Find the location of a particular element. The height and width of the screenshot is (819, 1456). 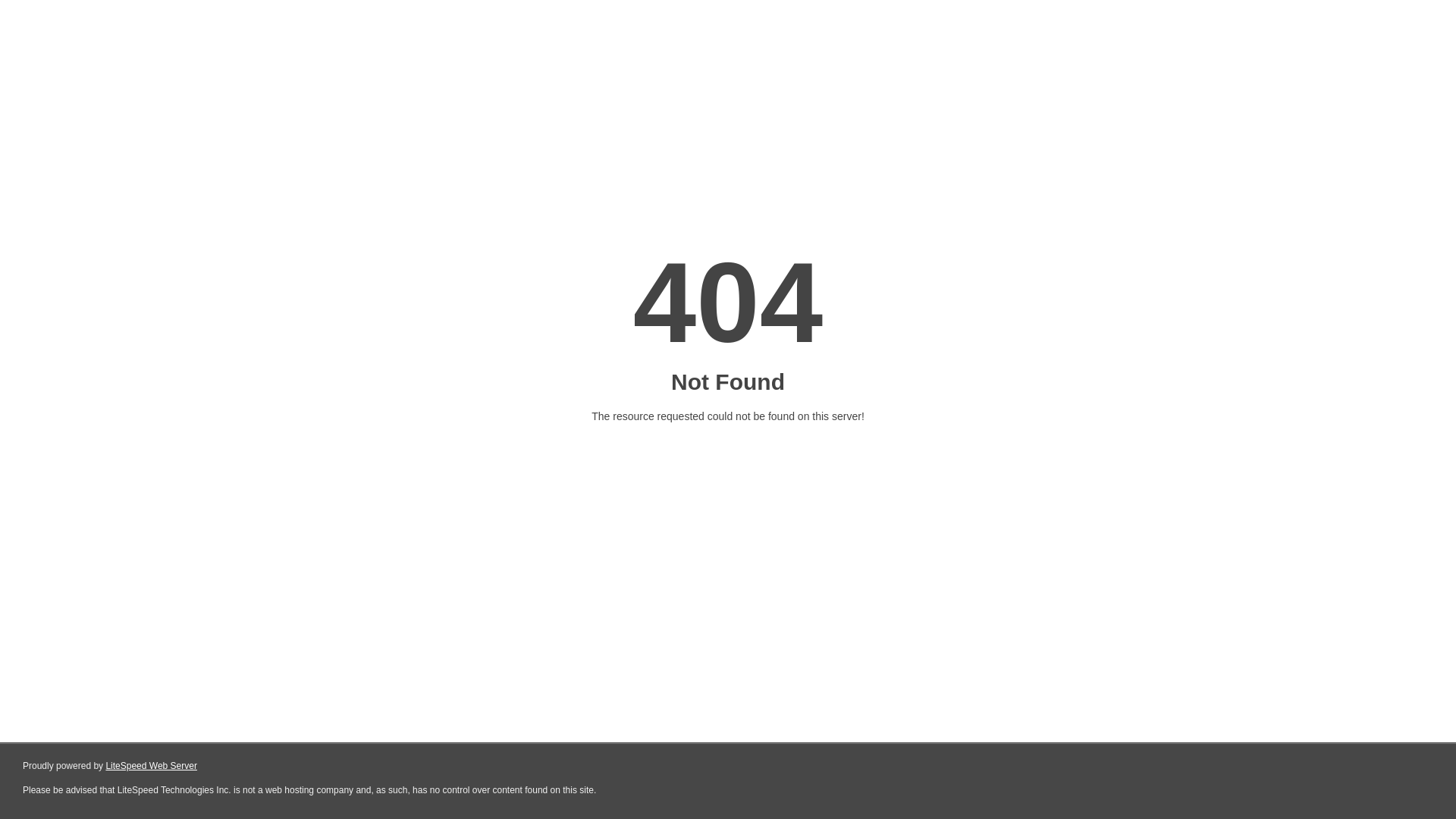

'LiteSpeed Web Server' is located at coordinates (105, 766).